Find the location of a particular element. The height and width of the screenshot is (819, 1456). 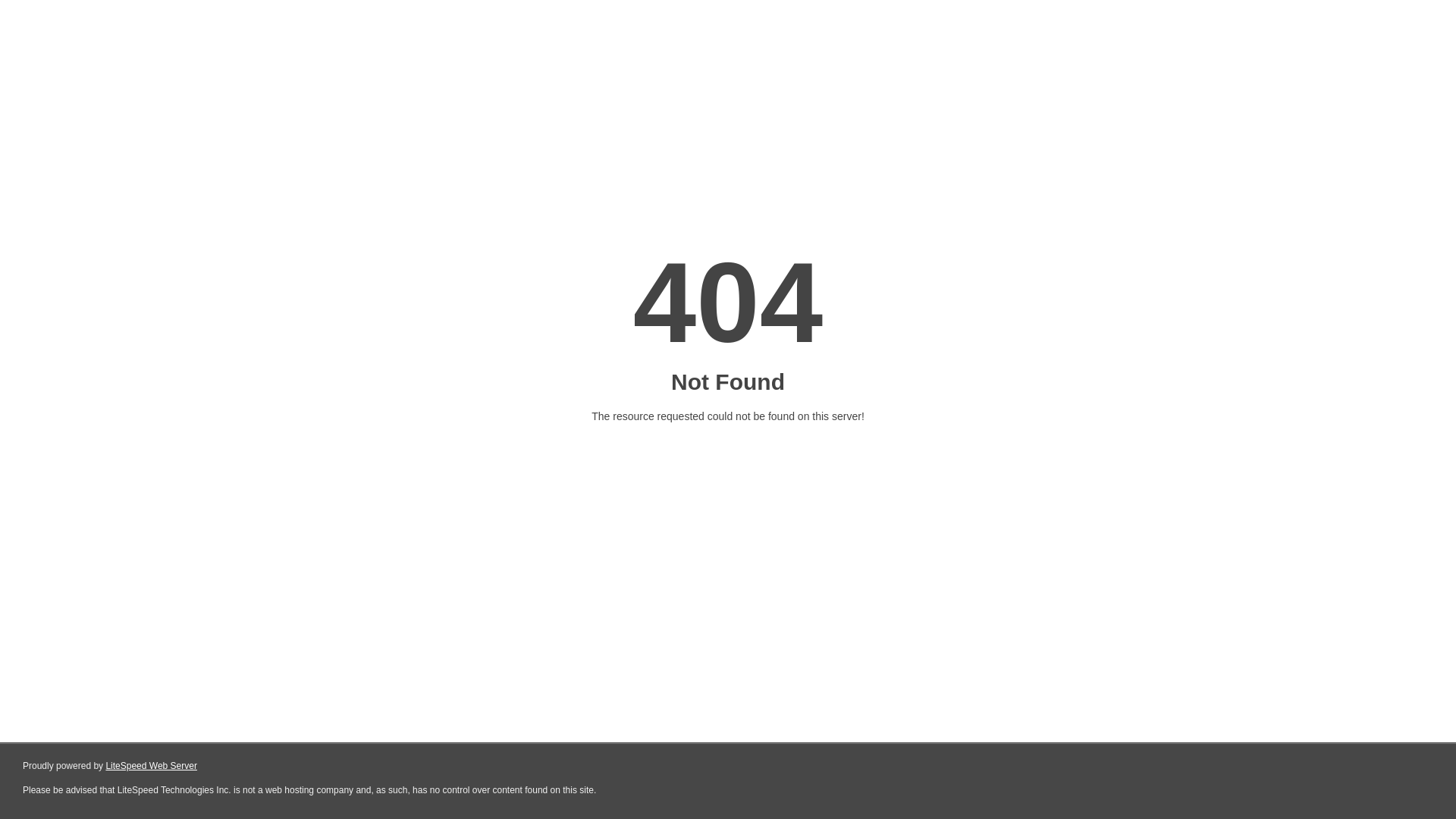

'LiteSpeed Web Server' is located at coordinates (105, 766).